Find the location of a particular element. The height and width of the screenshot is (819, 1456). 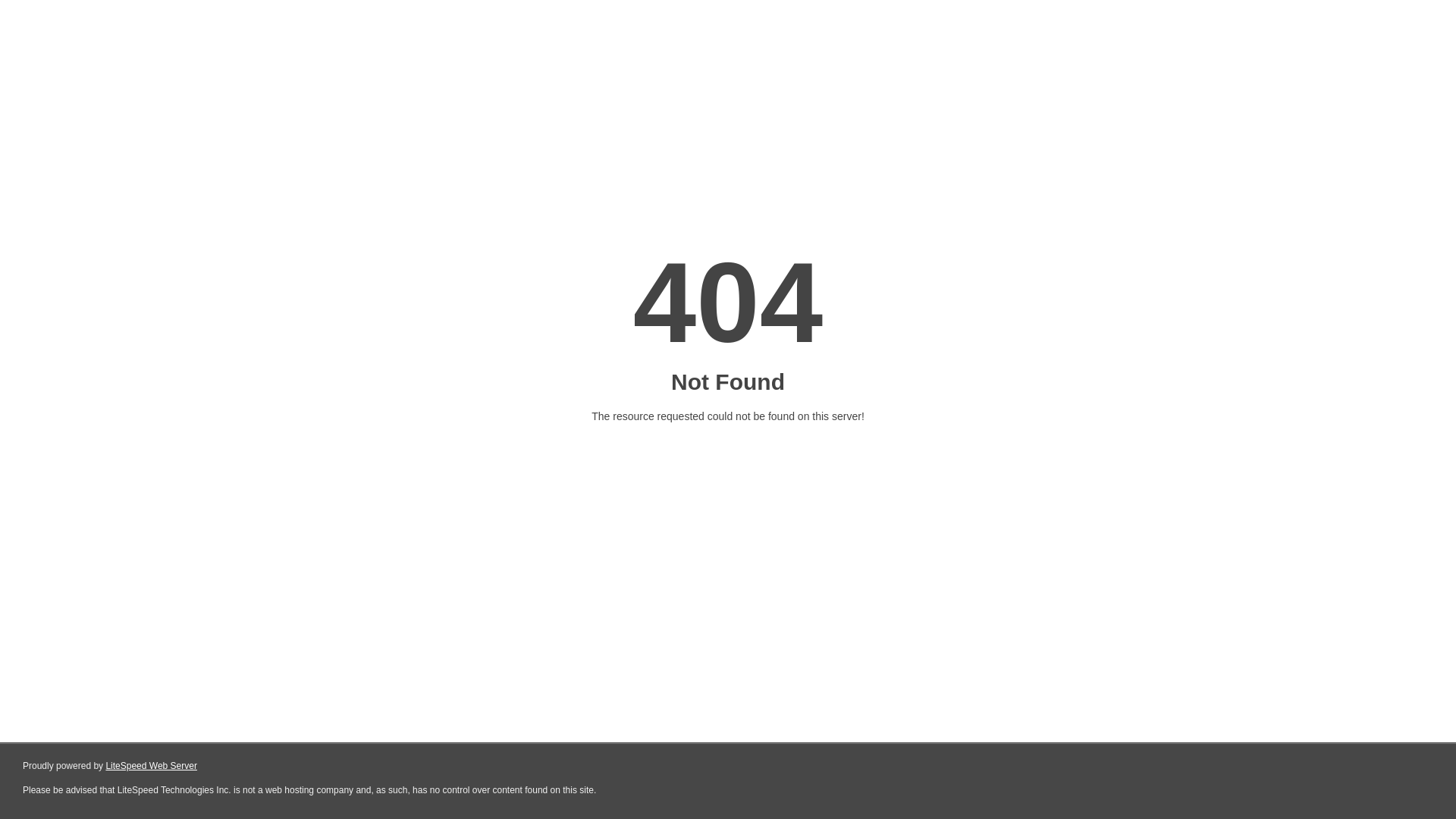

'LiteSpeed Web Server' is located at coordinates (105, 766).